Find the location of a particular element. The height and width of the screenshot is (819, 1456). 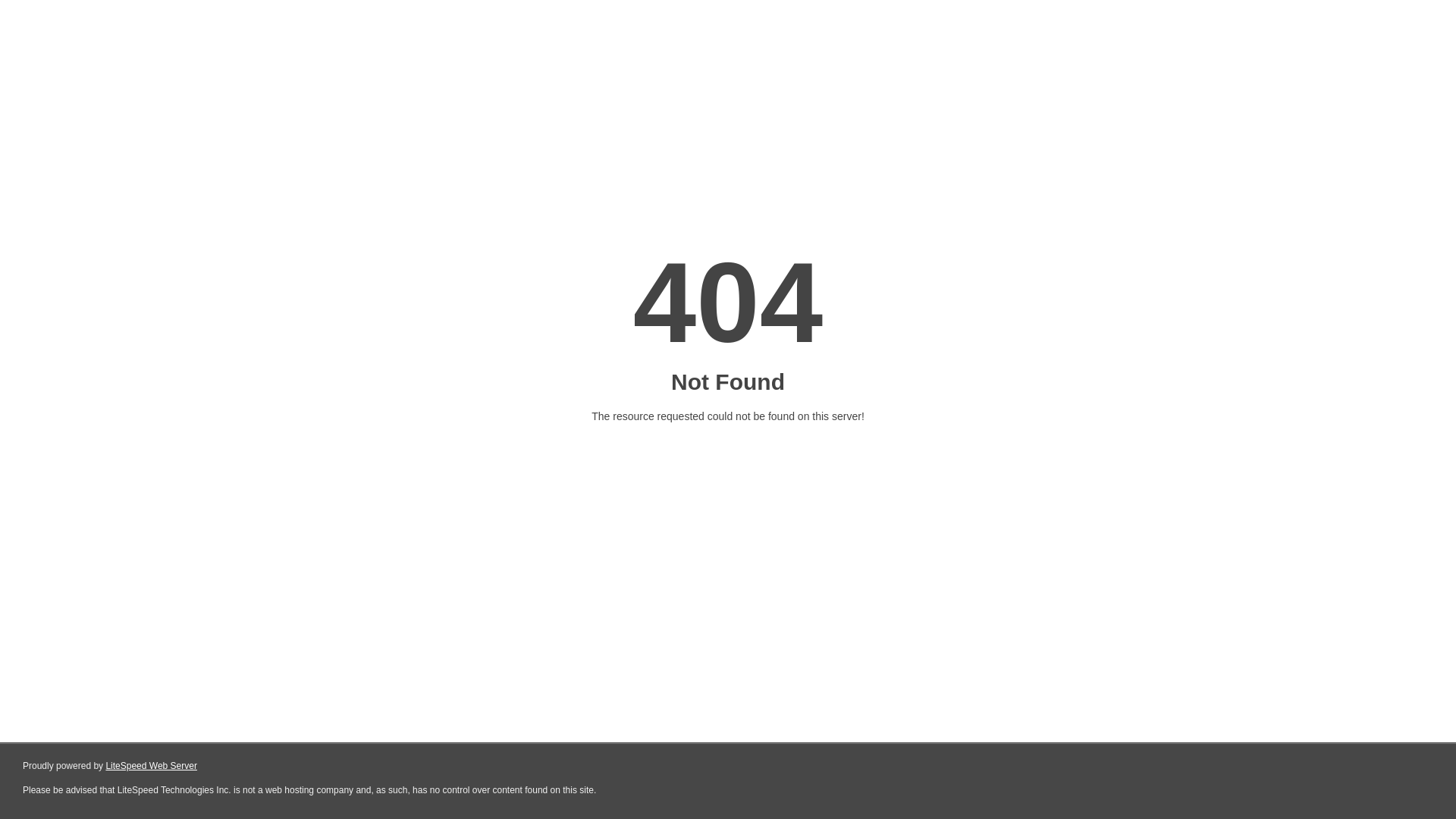

'LiteSpeed Web Server' is located at coordinates (105, 766).